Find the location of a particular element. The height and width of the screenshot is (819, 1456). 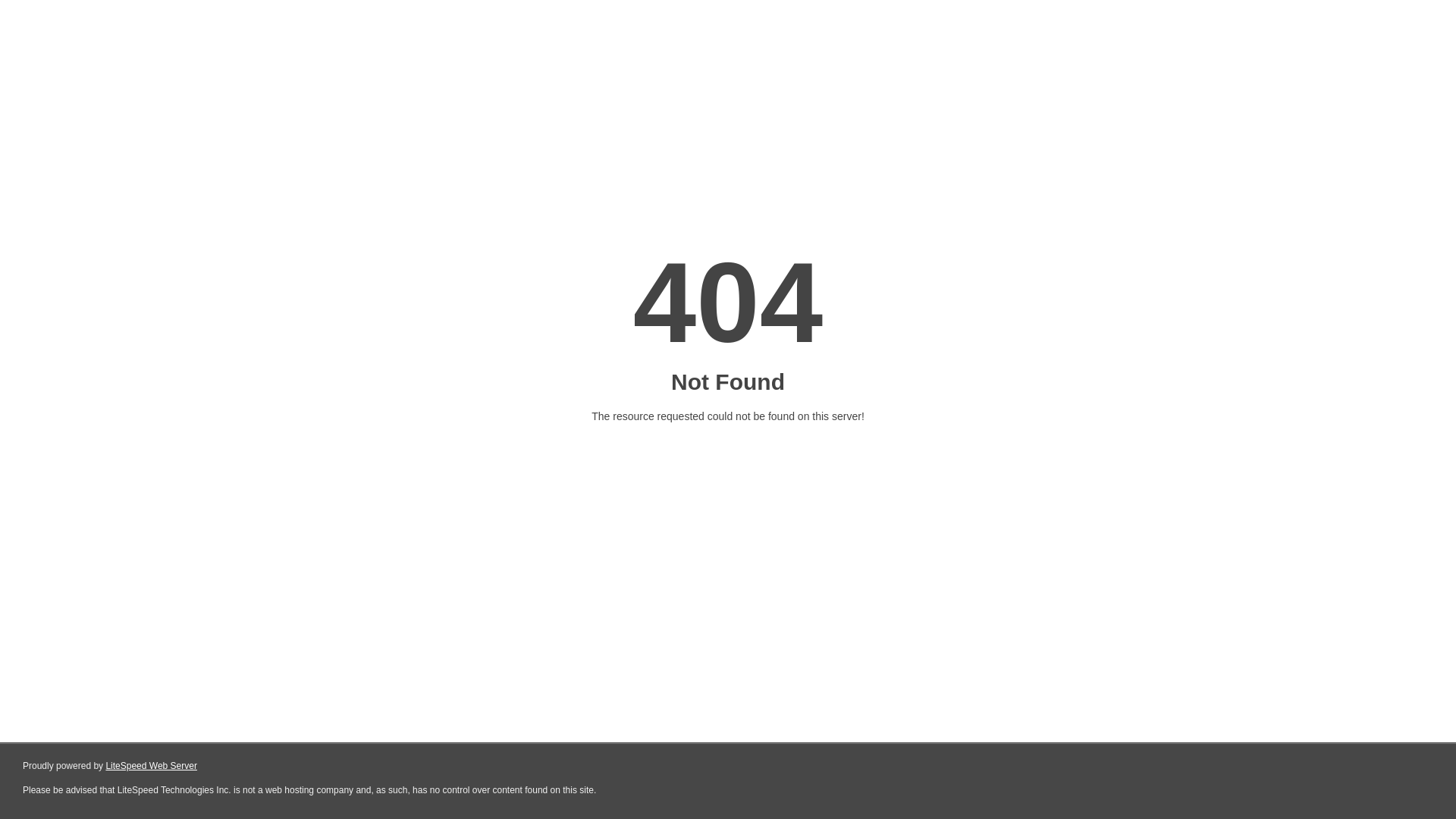

'LiteSpeed Web Server' is located at coordinates (105, 766).